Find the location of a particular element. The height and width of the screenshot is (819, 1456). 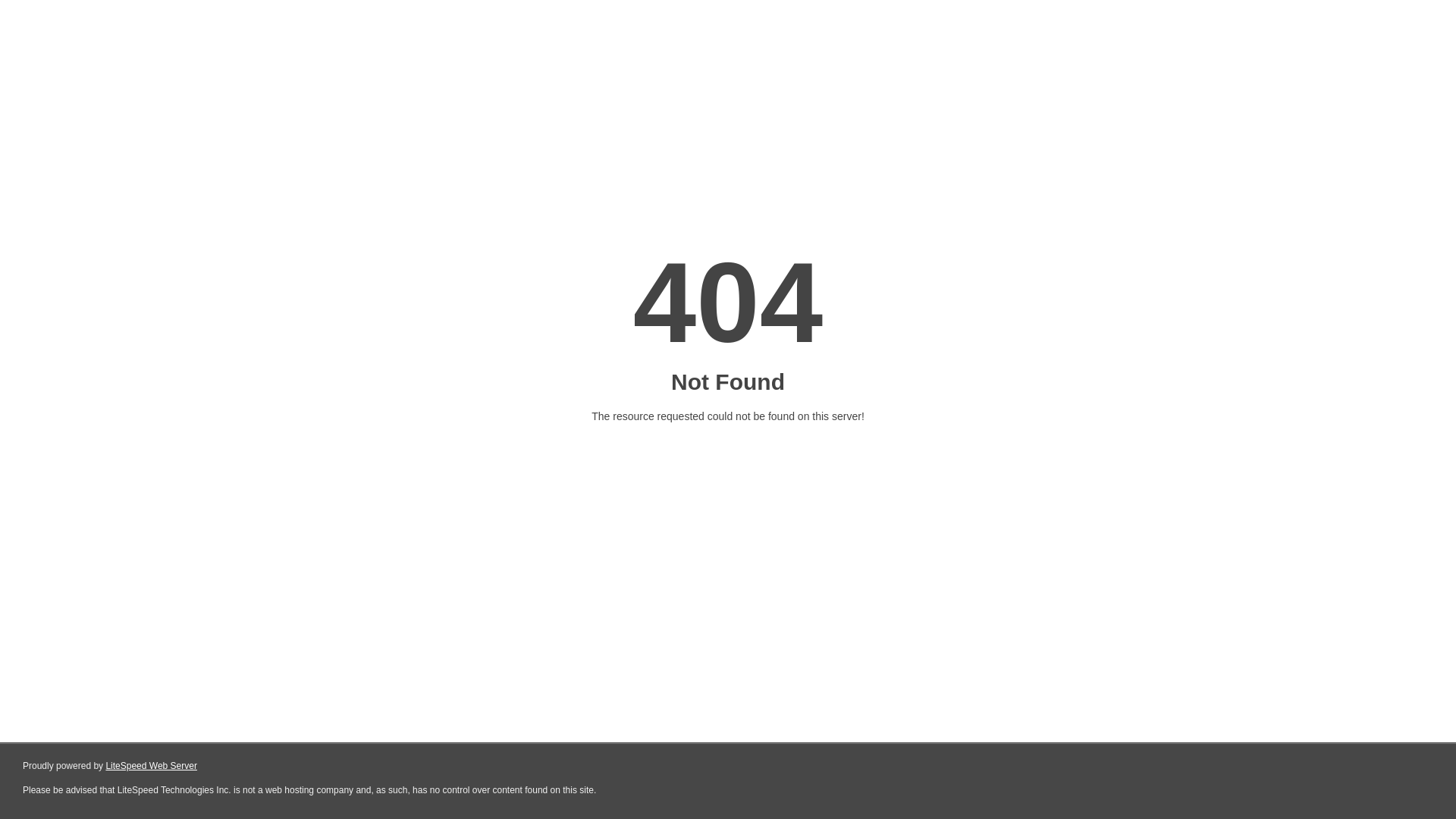

'LiteSpeed Web Server' is located at coordinates (105, 766).